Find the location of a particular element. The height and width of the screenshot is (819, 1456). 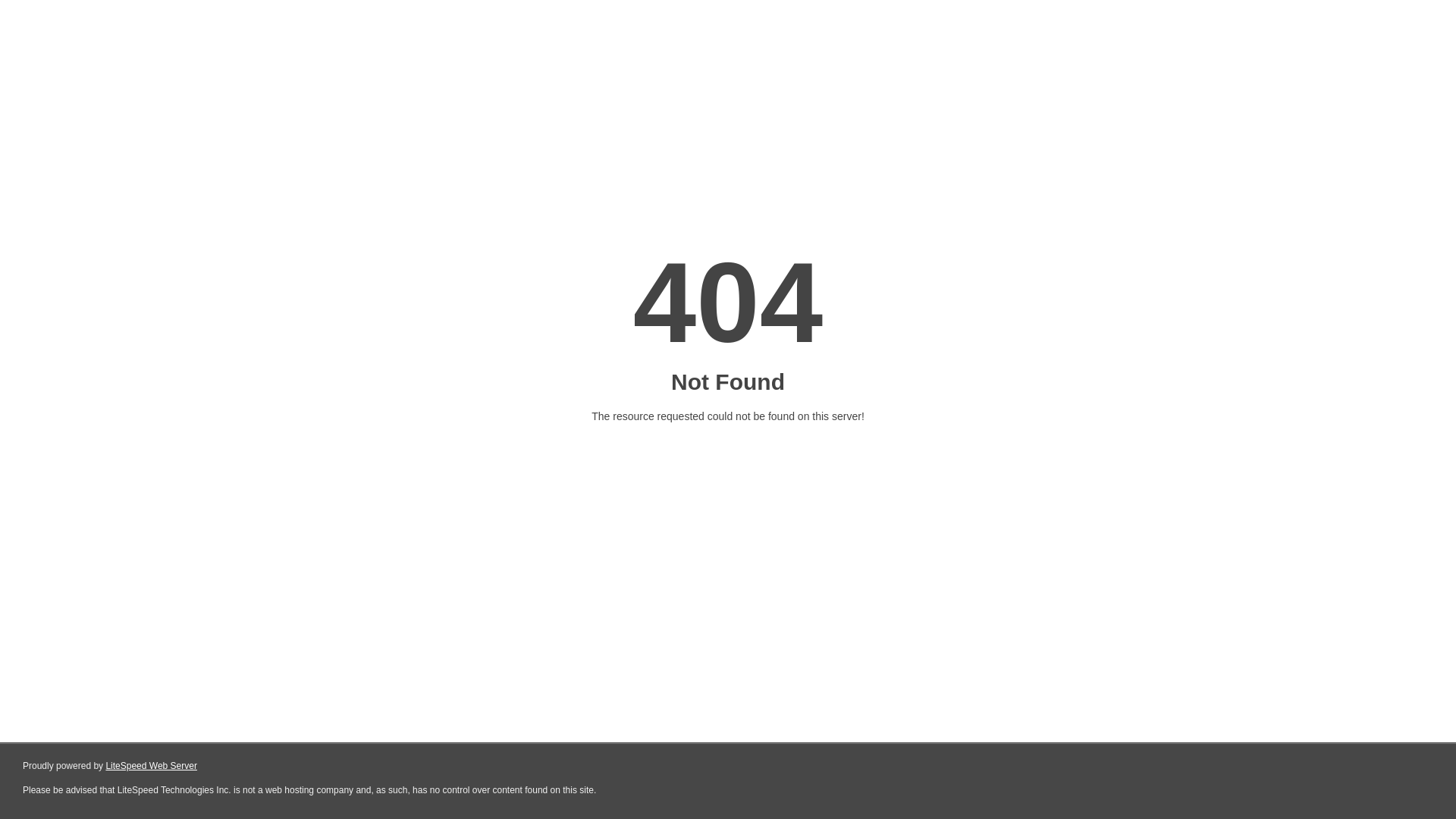

'LiteSpeed Web Server' is located at coordinates (105, 766).